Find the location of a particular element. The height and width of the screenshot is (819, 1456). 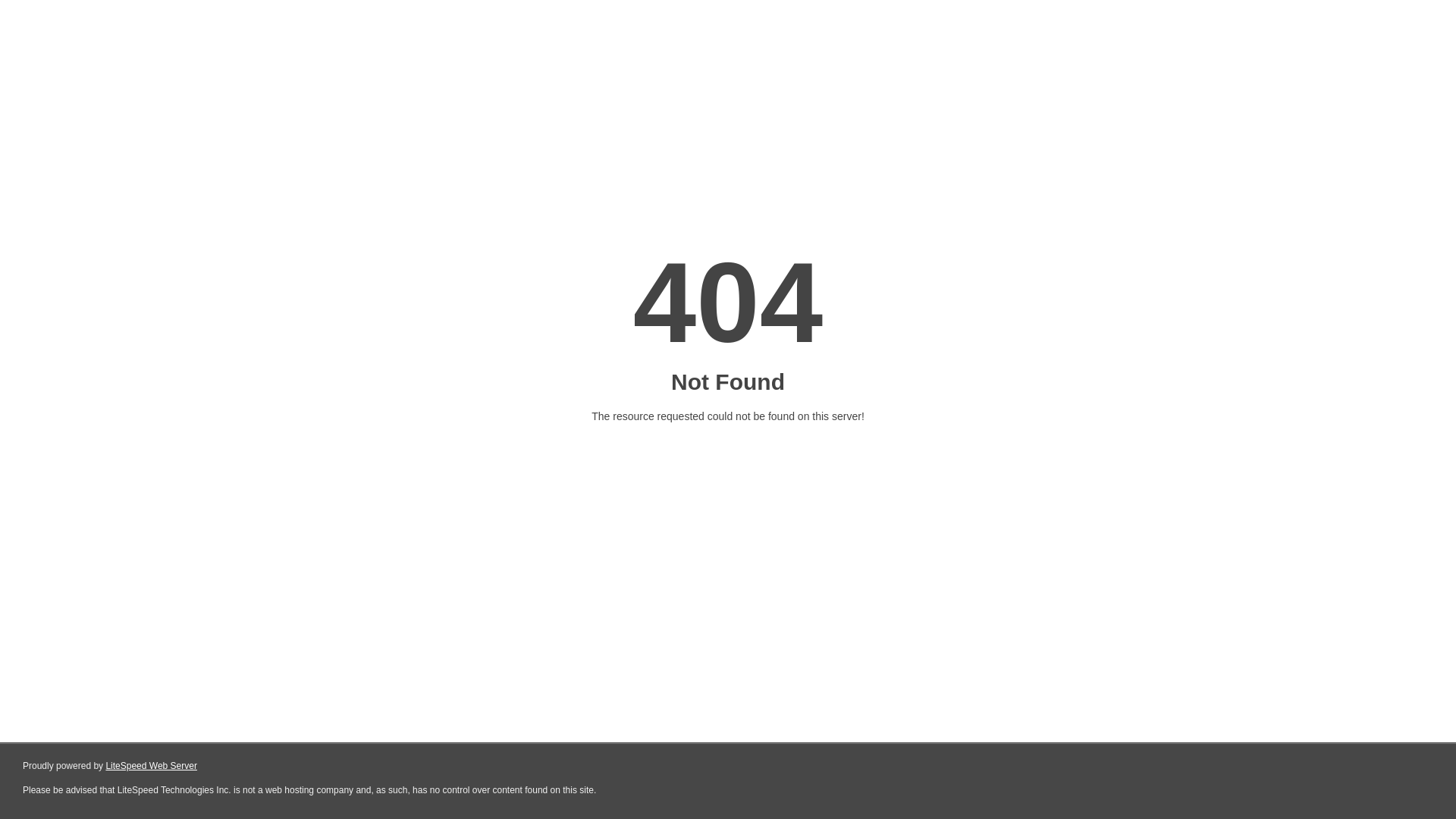

'LiteSpeed Web Server' is located at coordinates (105, 766).